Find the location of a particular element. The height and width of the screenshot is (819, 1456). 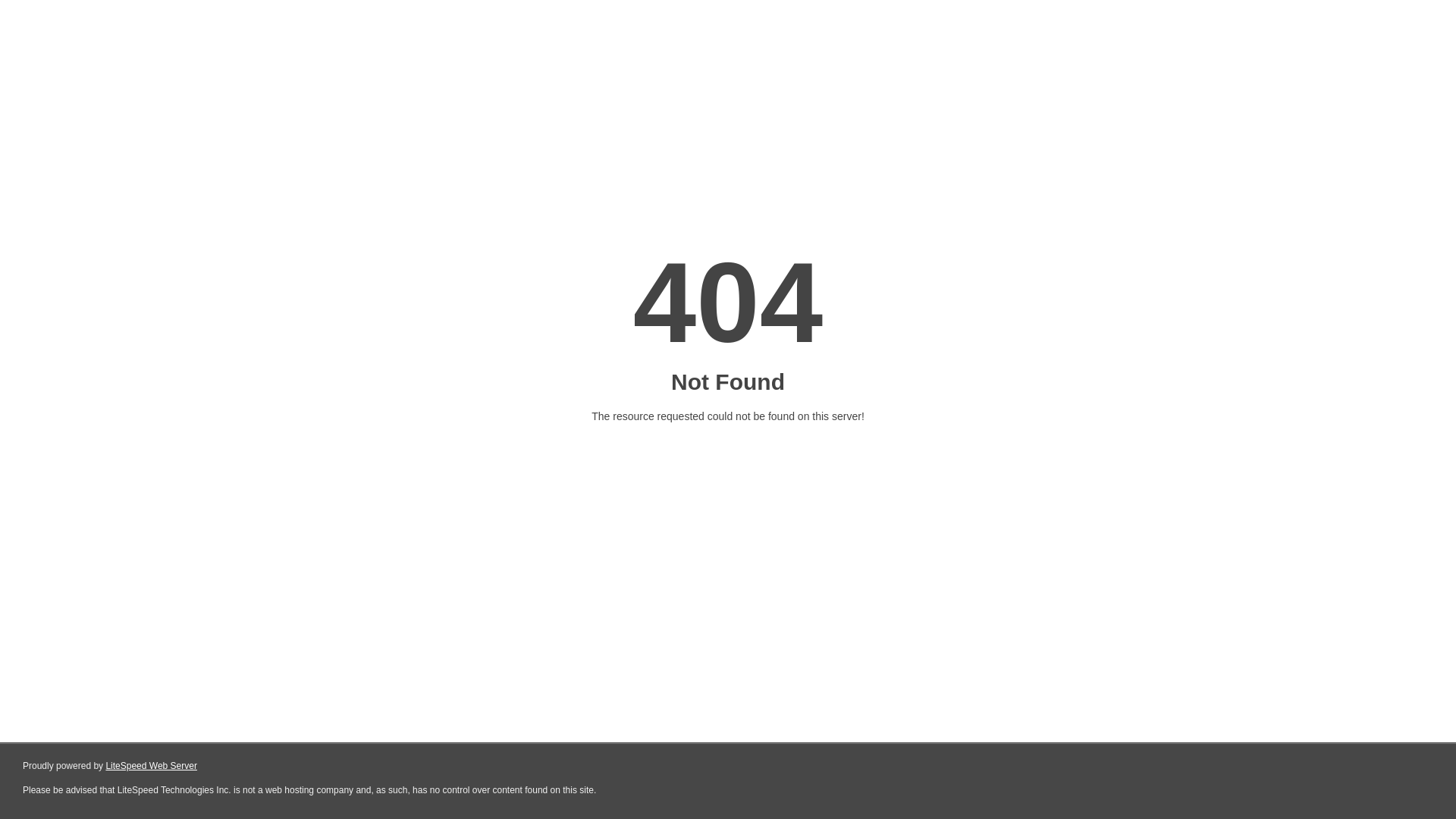

'LiteSpeed Web Server' is located at coordinates (105, 766).